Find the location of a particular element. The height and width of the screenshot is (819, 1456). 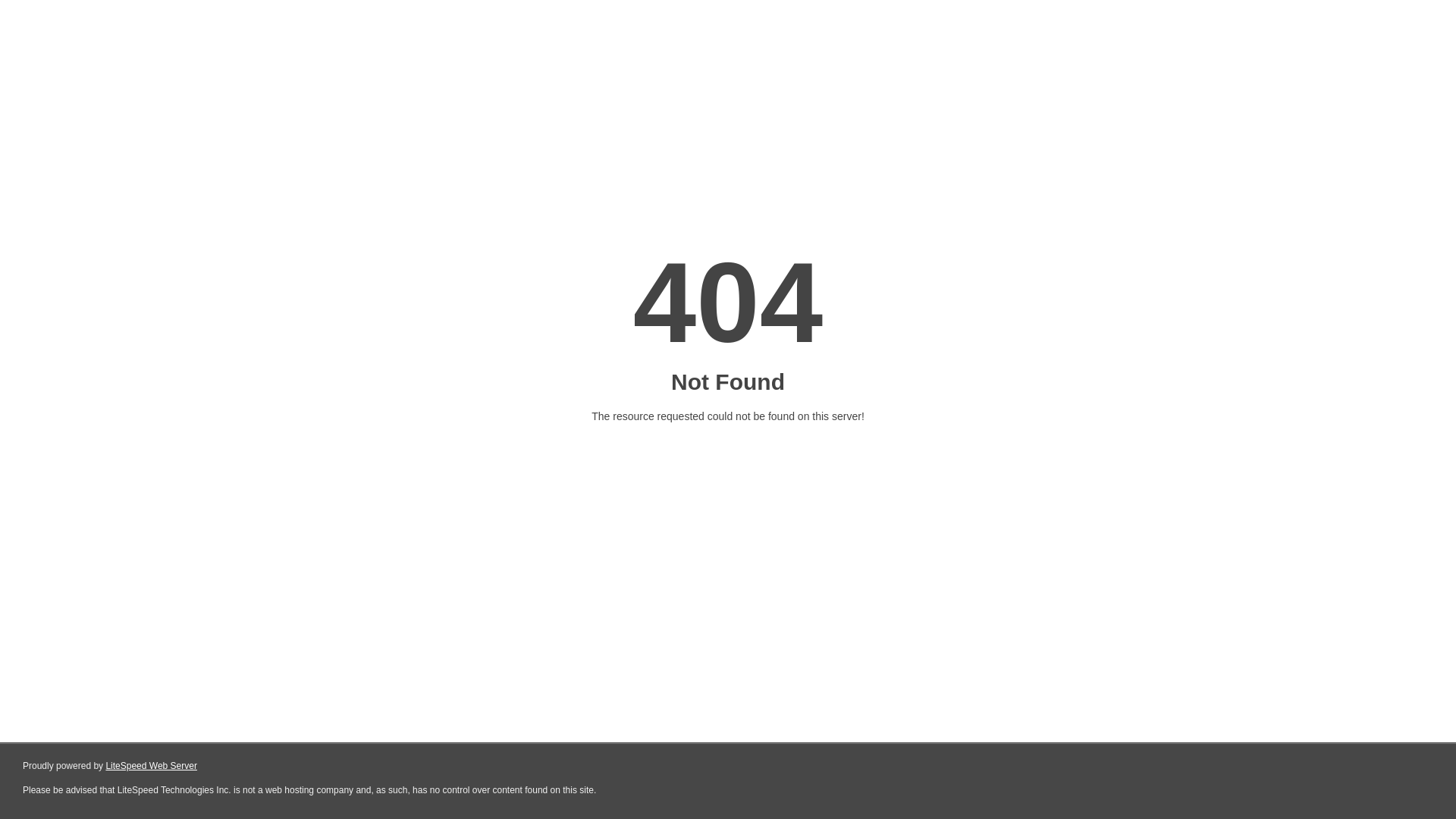

'LiteSpeed Web Server' is located at coordinates (105, 766).